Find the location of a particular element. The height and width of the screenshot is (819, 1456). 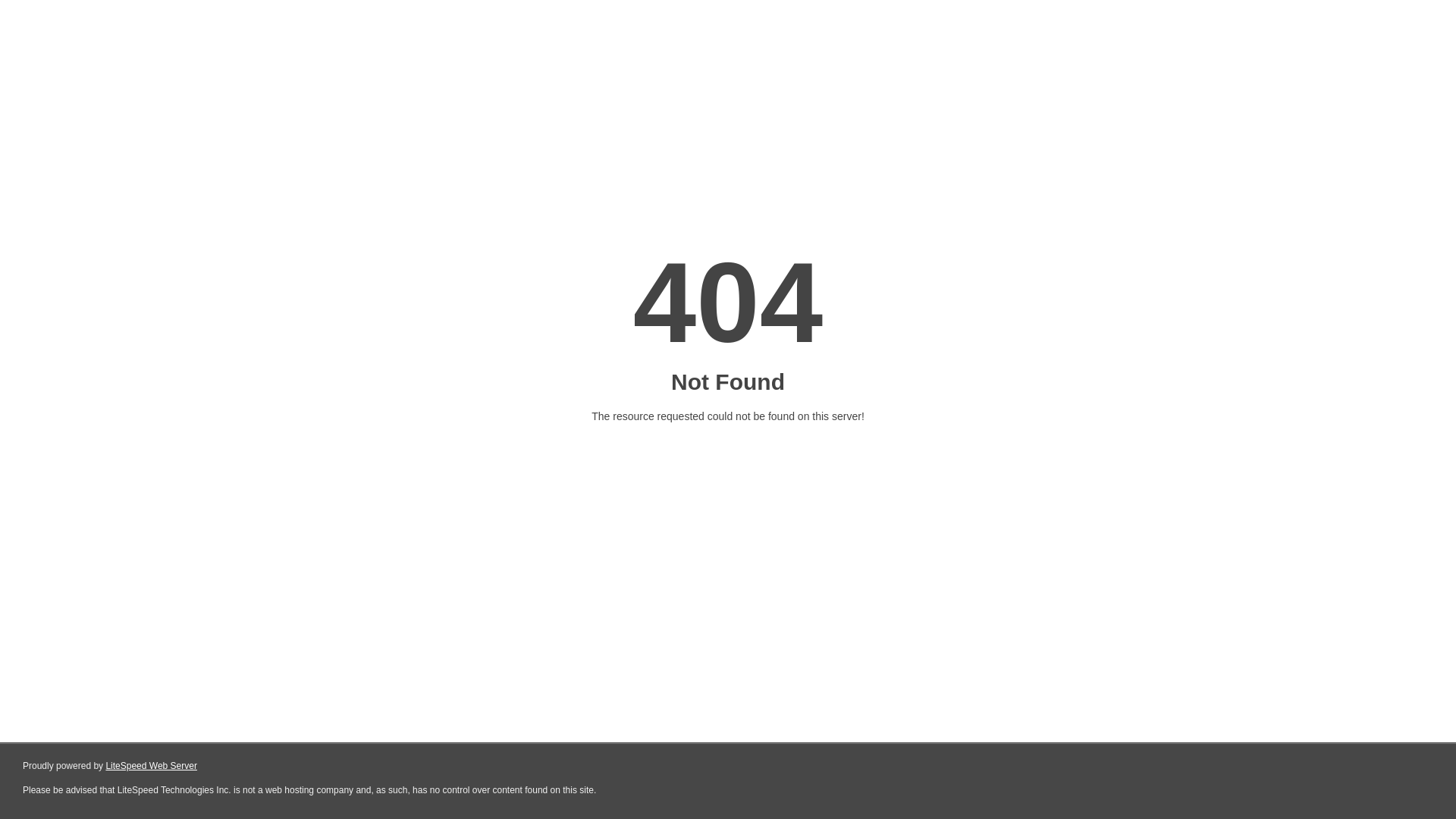

'LiteSpeed Web Server' is located at coordinates (105, 766).